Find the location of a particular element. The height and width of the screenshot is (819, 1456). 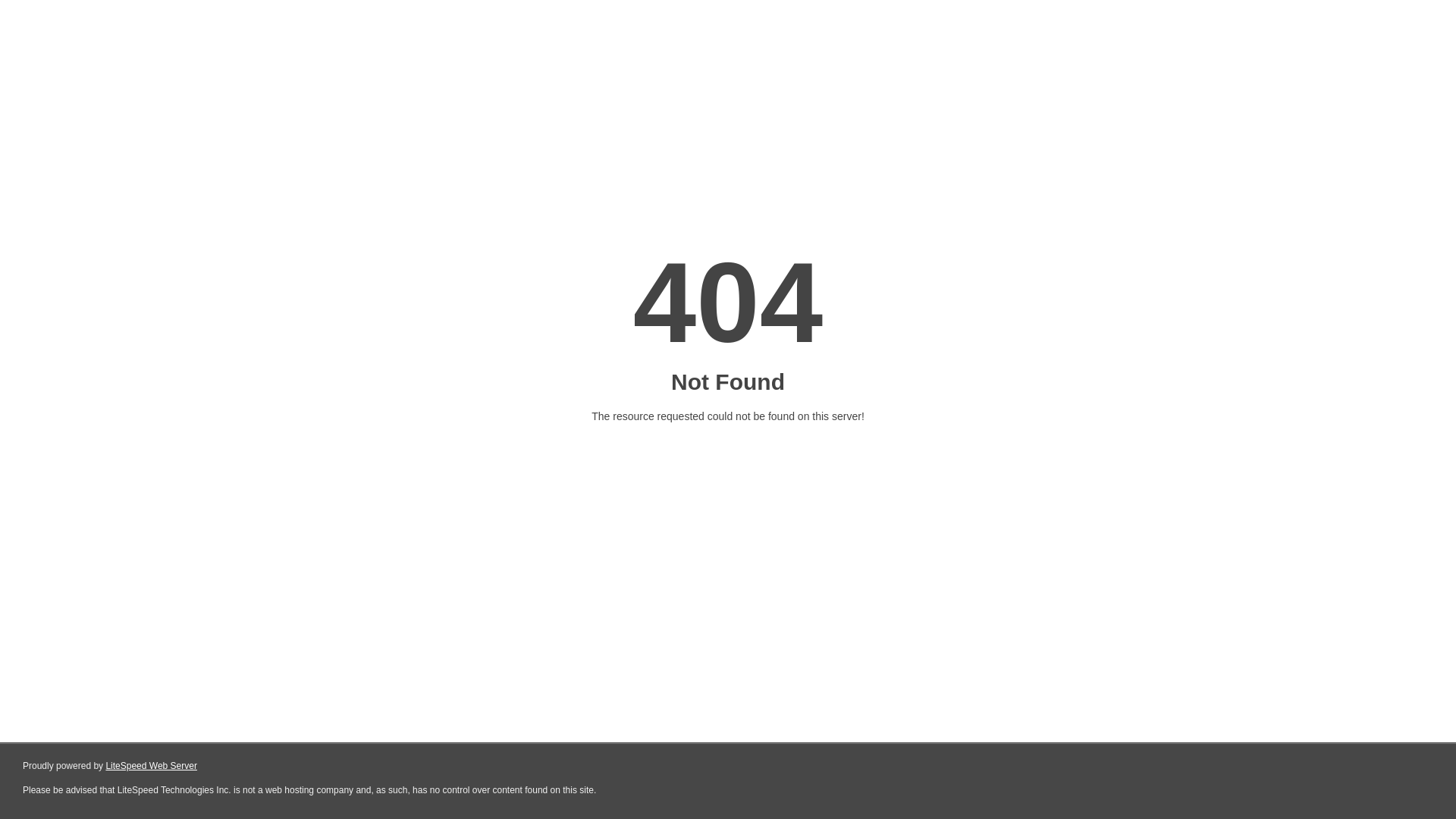

'LiteSpeed Web Server' is located at coordinates (105, 766).